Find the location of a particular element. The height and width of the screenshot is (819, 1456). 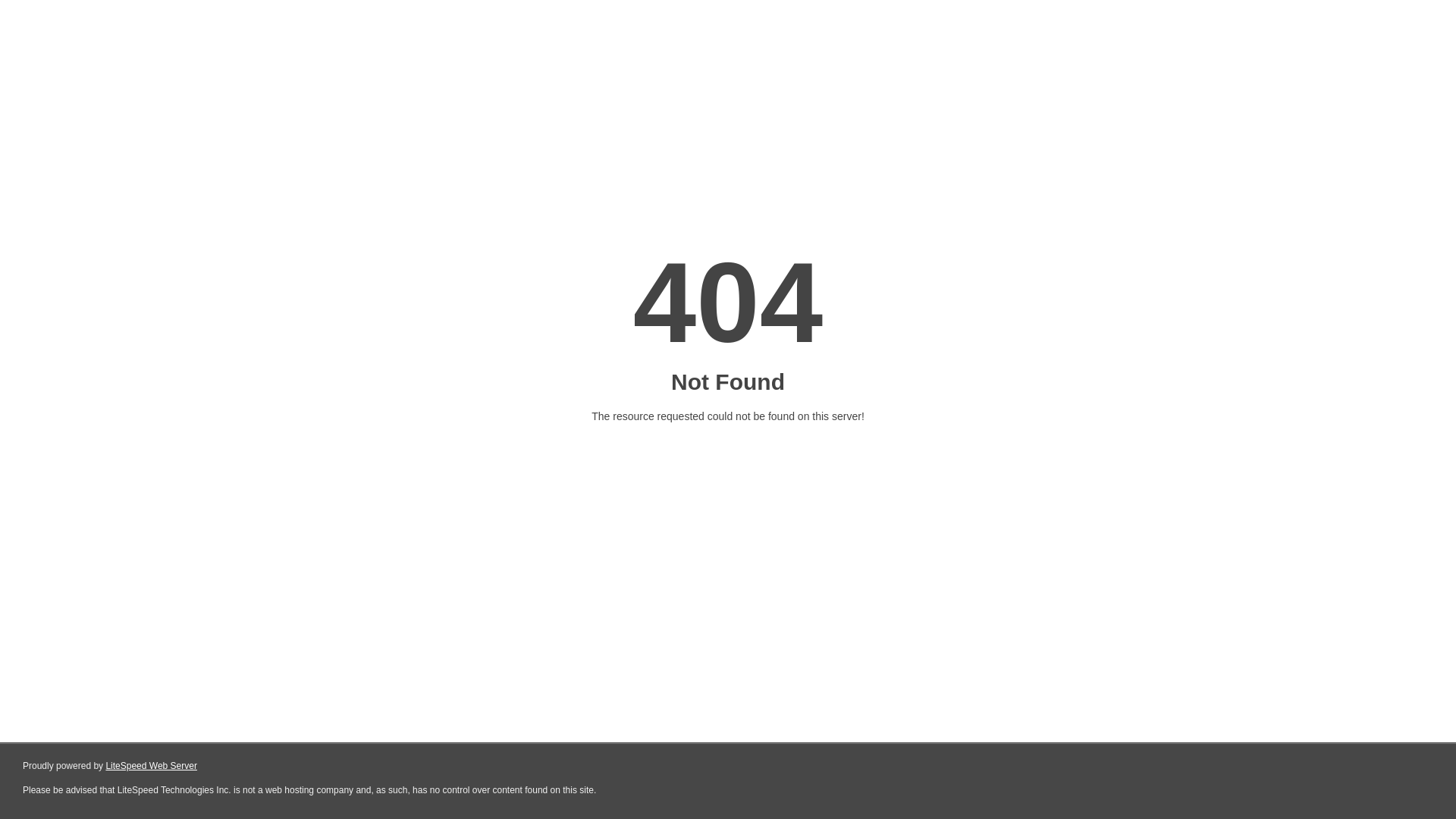

'LiteSpeed Web Server' is located at coordinates (105, 766).